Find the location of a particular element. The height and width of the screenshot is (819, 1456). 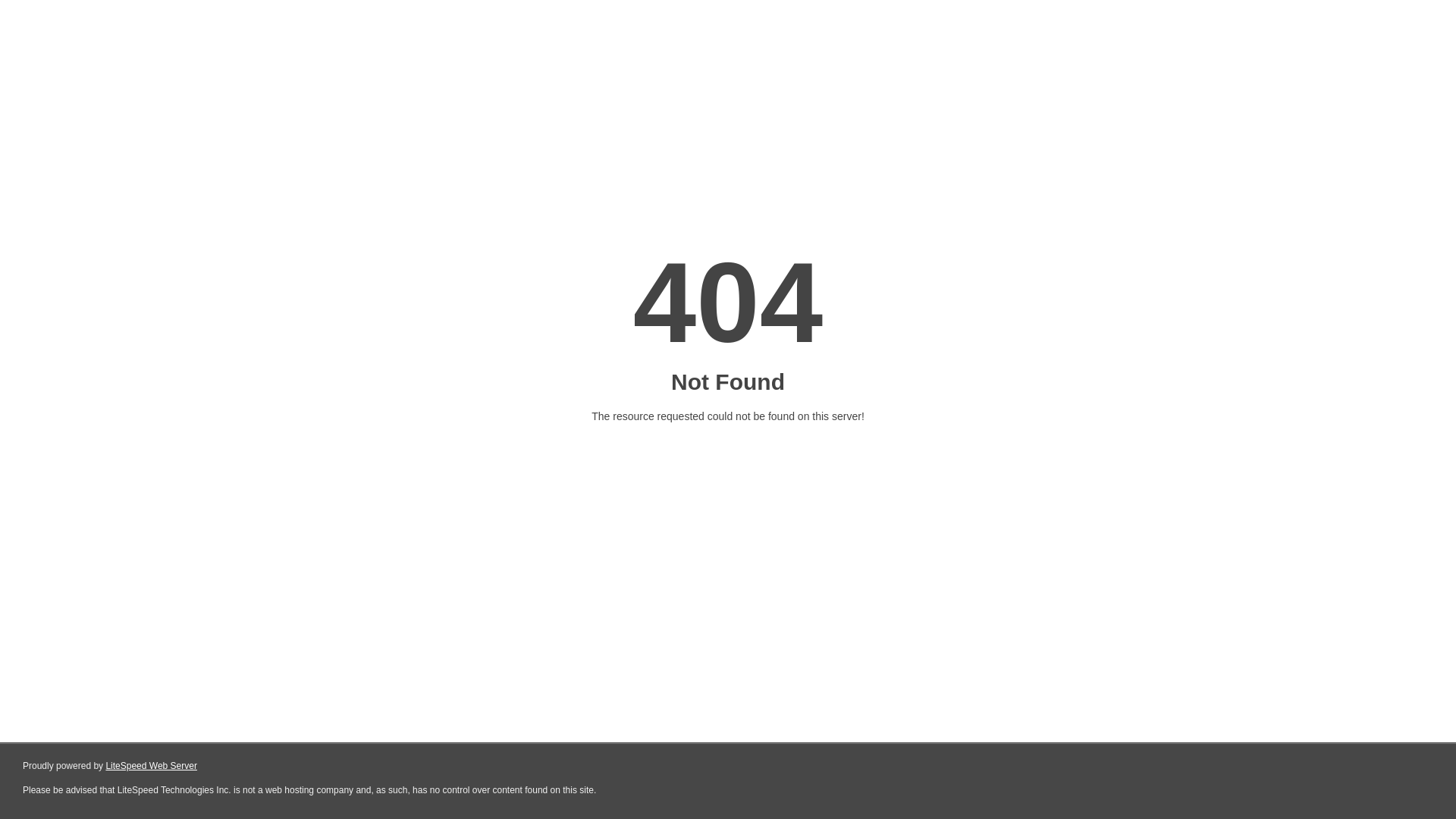

'LiteSpeed Web Server' is located at coordinates (105, 766).